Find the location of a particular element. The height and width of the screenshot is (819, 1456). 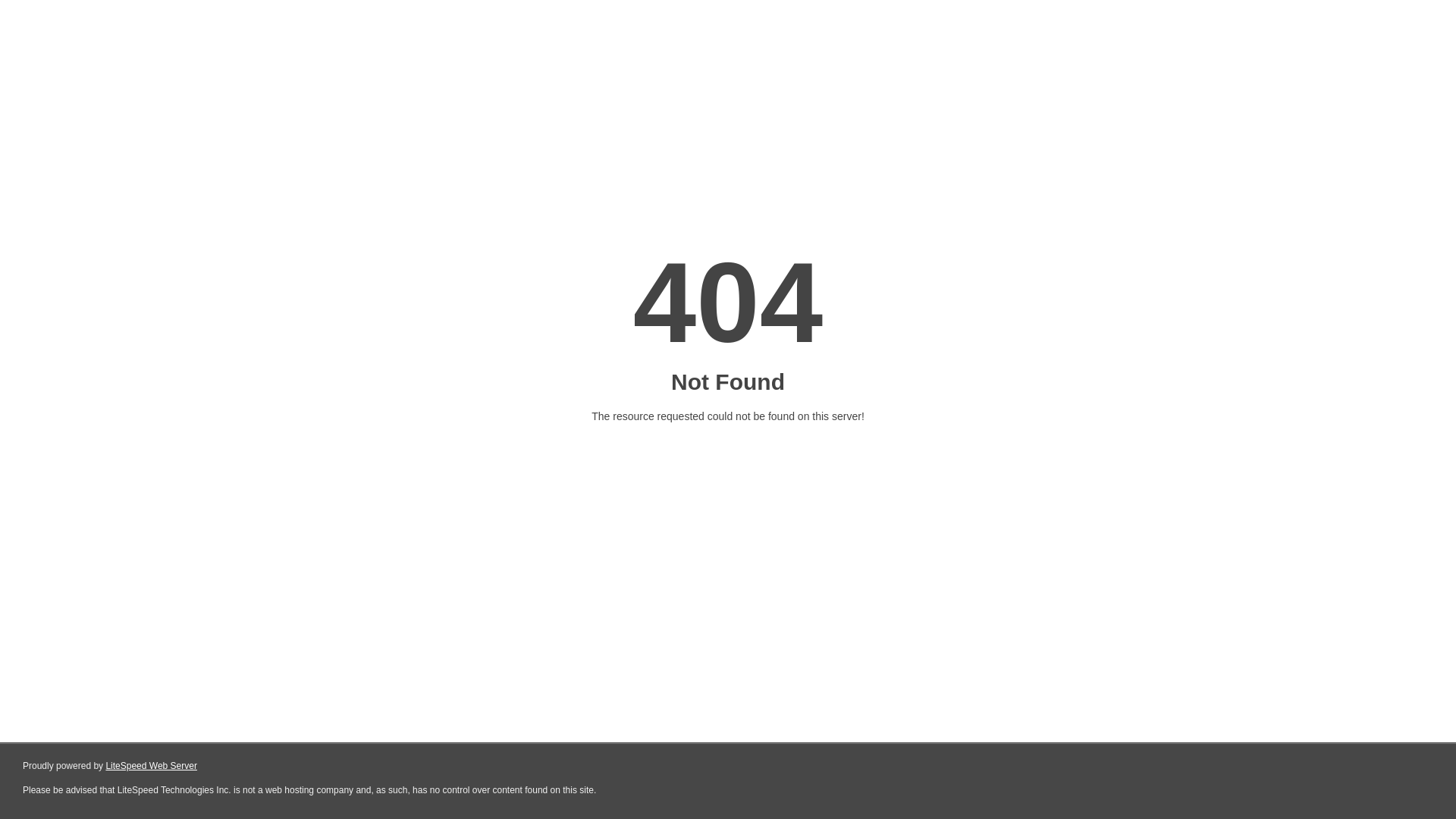

'LiteSpeed Web Server' is located at coordinates (105, 766).